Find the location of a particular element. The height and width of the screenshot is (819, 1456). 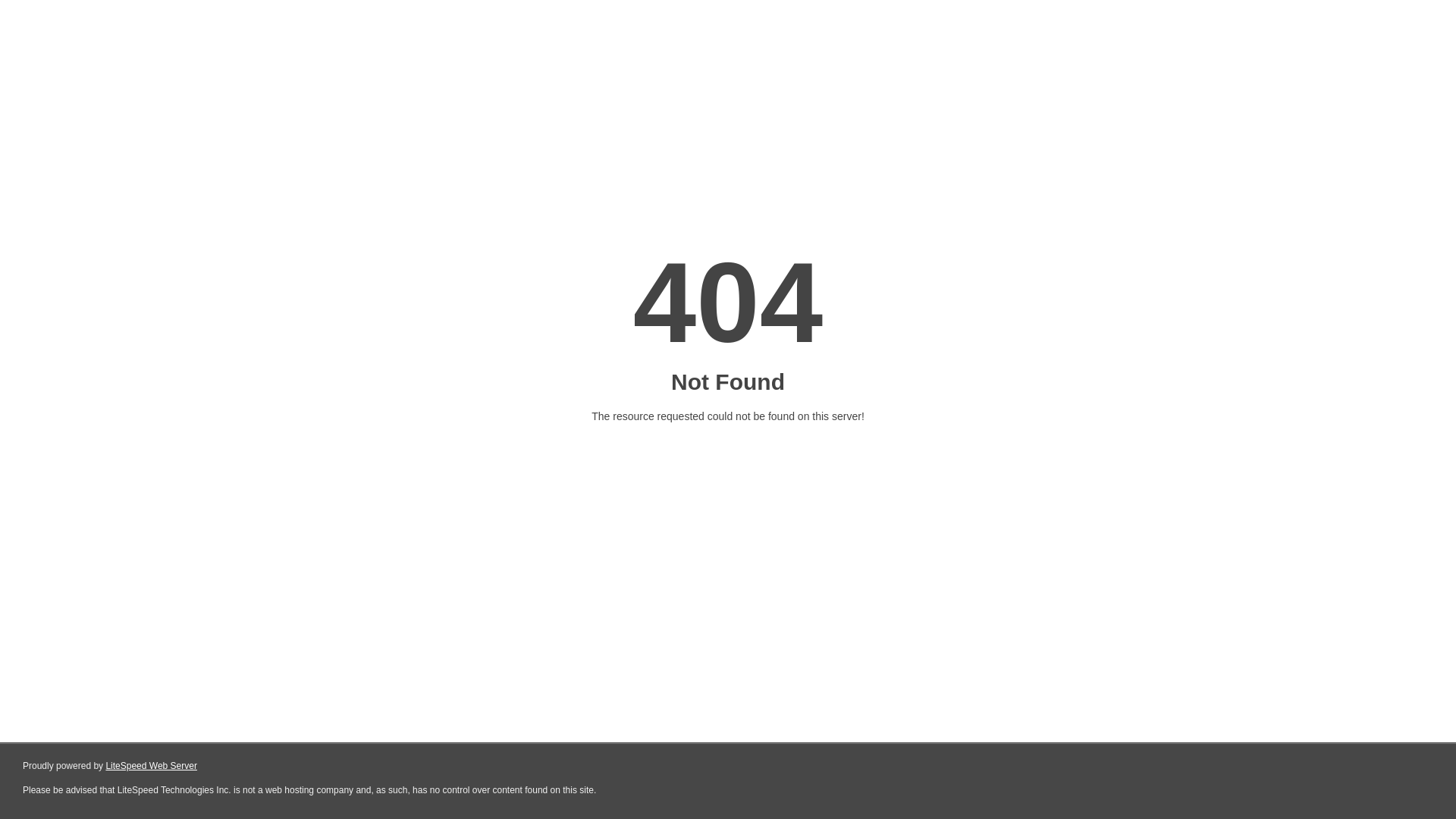

'LiteSpeed Web Server' is located at coordinates (105, 766).